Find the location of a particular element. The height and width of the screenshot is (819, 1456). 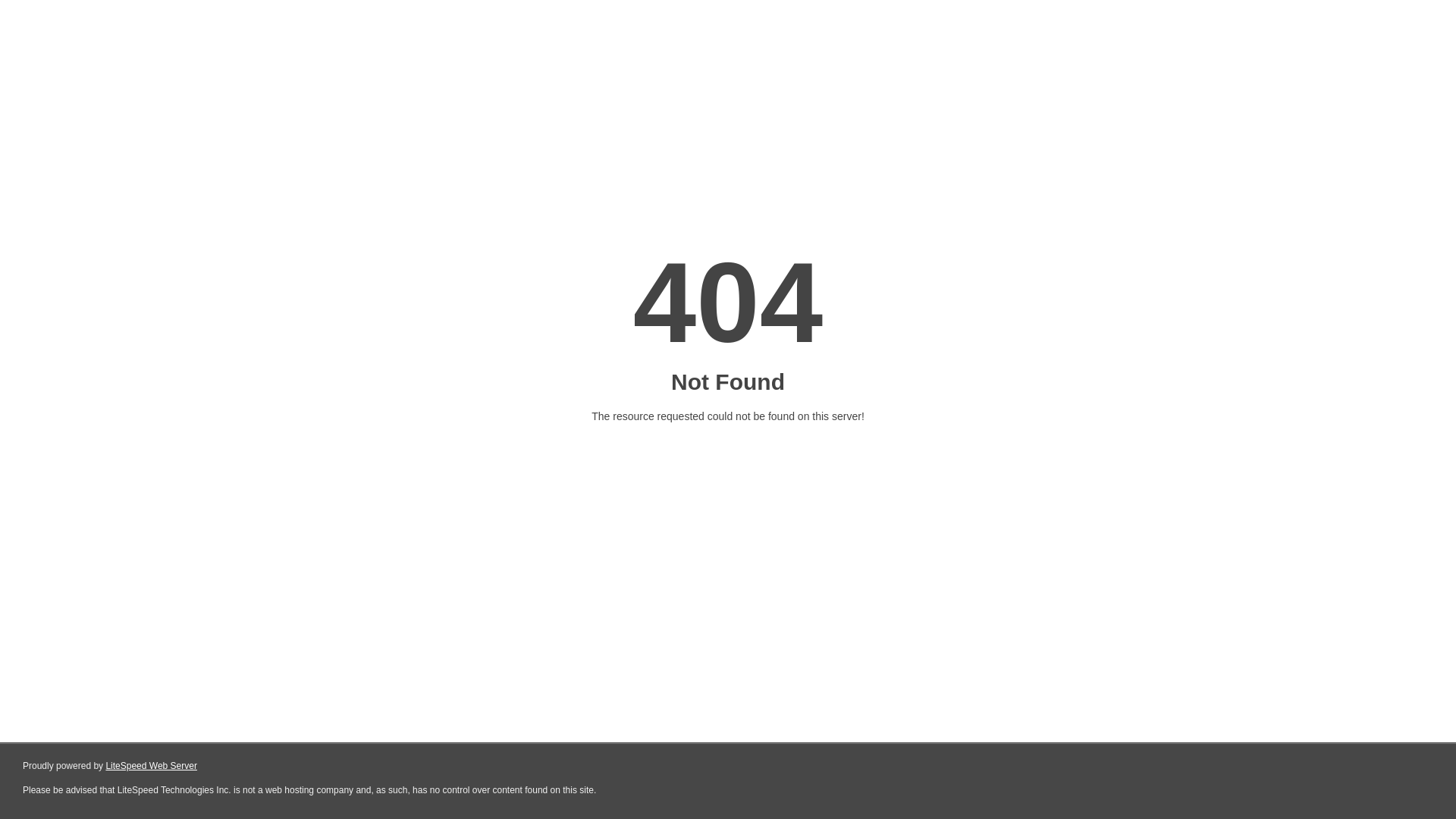

'LiteSpeed Web Server' is located at coordinates (105, 766).